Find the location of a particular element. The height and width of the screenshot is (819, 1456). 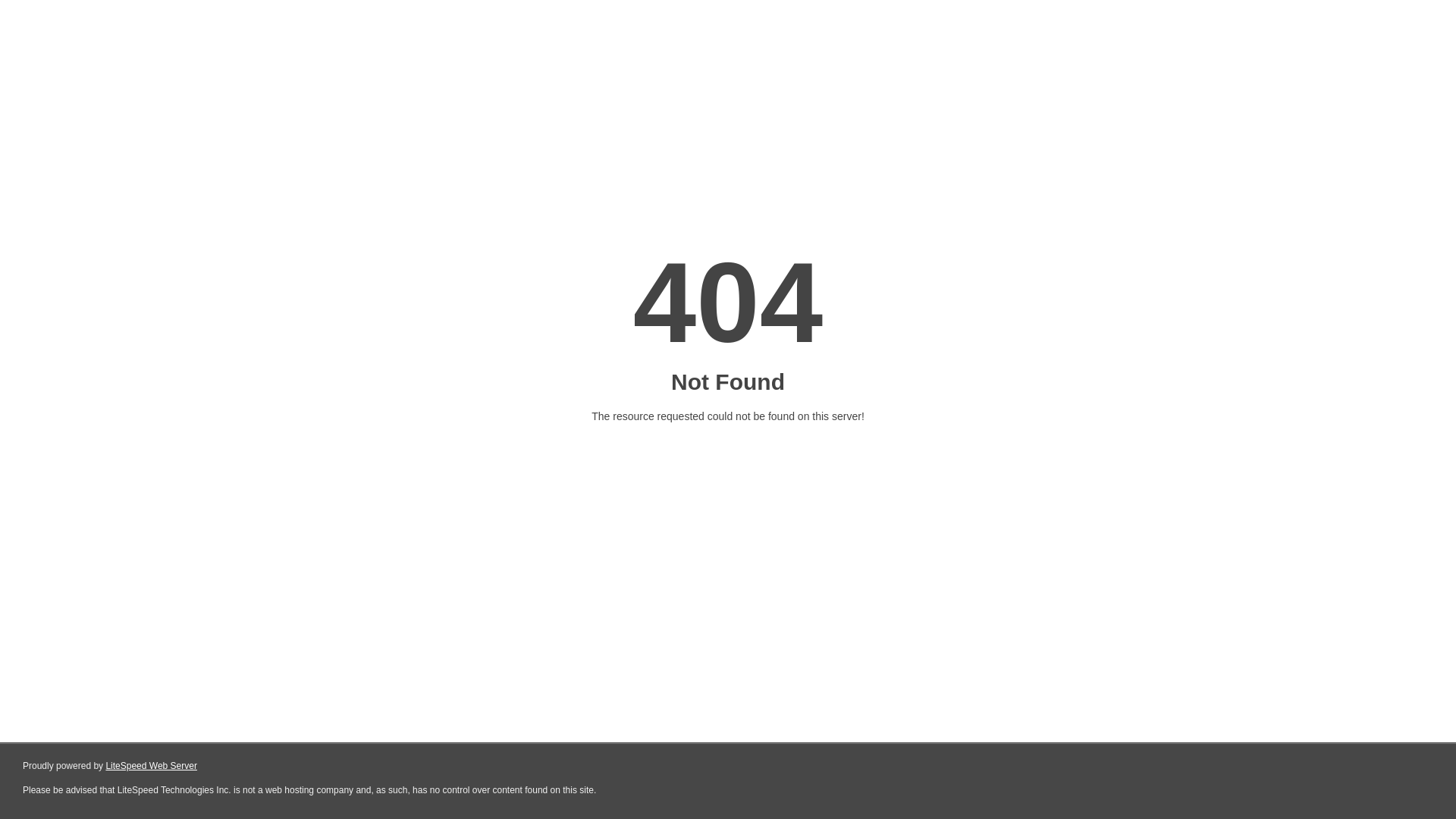

'LiteSpeed Web Server' is located at coordinates (105, 766).